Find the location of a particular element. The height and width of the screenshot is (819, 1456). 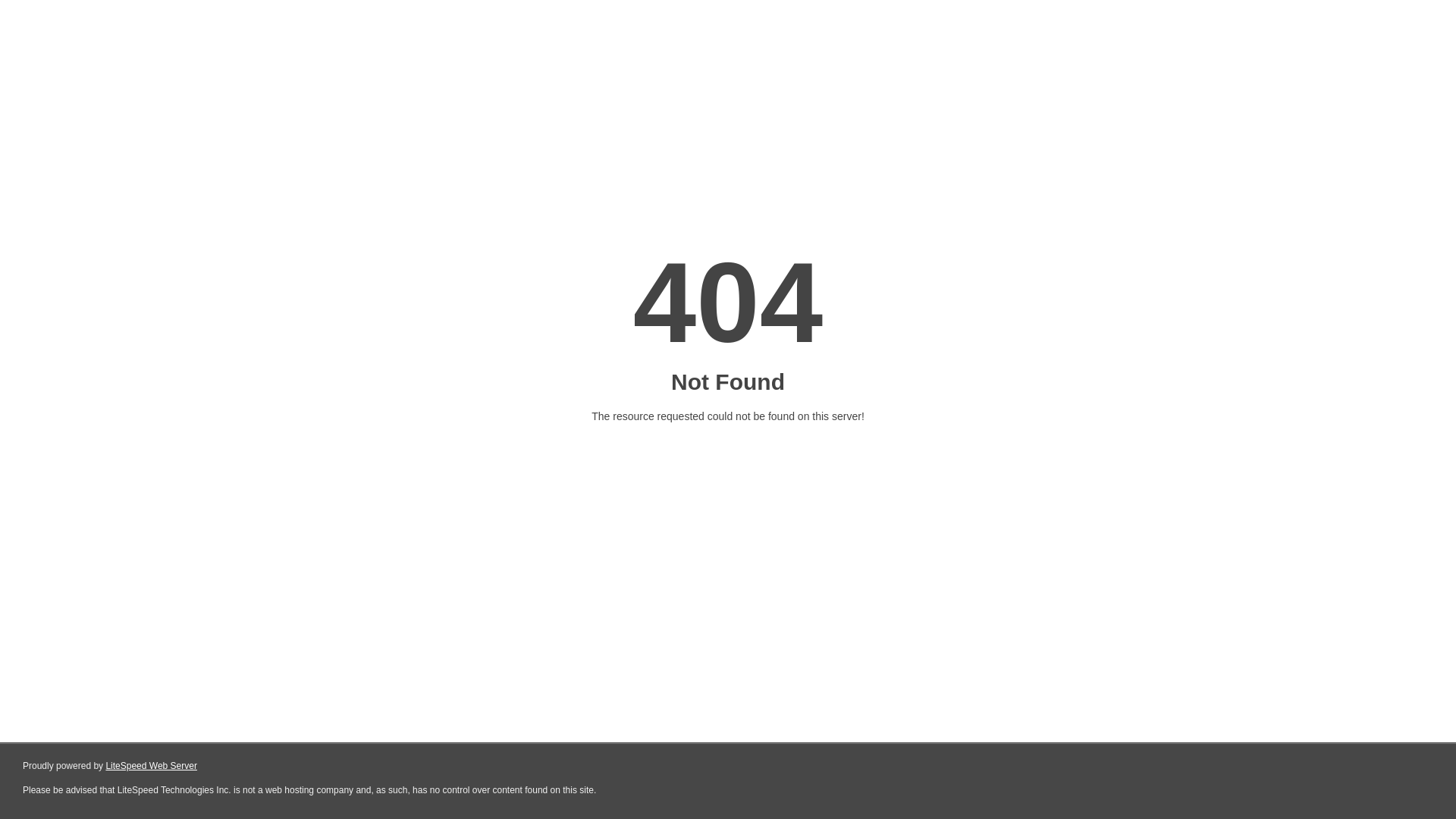

'LiteSpeed Web Server' is located at coordinates (105, 766).